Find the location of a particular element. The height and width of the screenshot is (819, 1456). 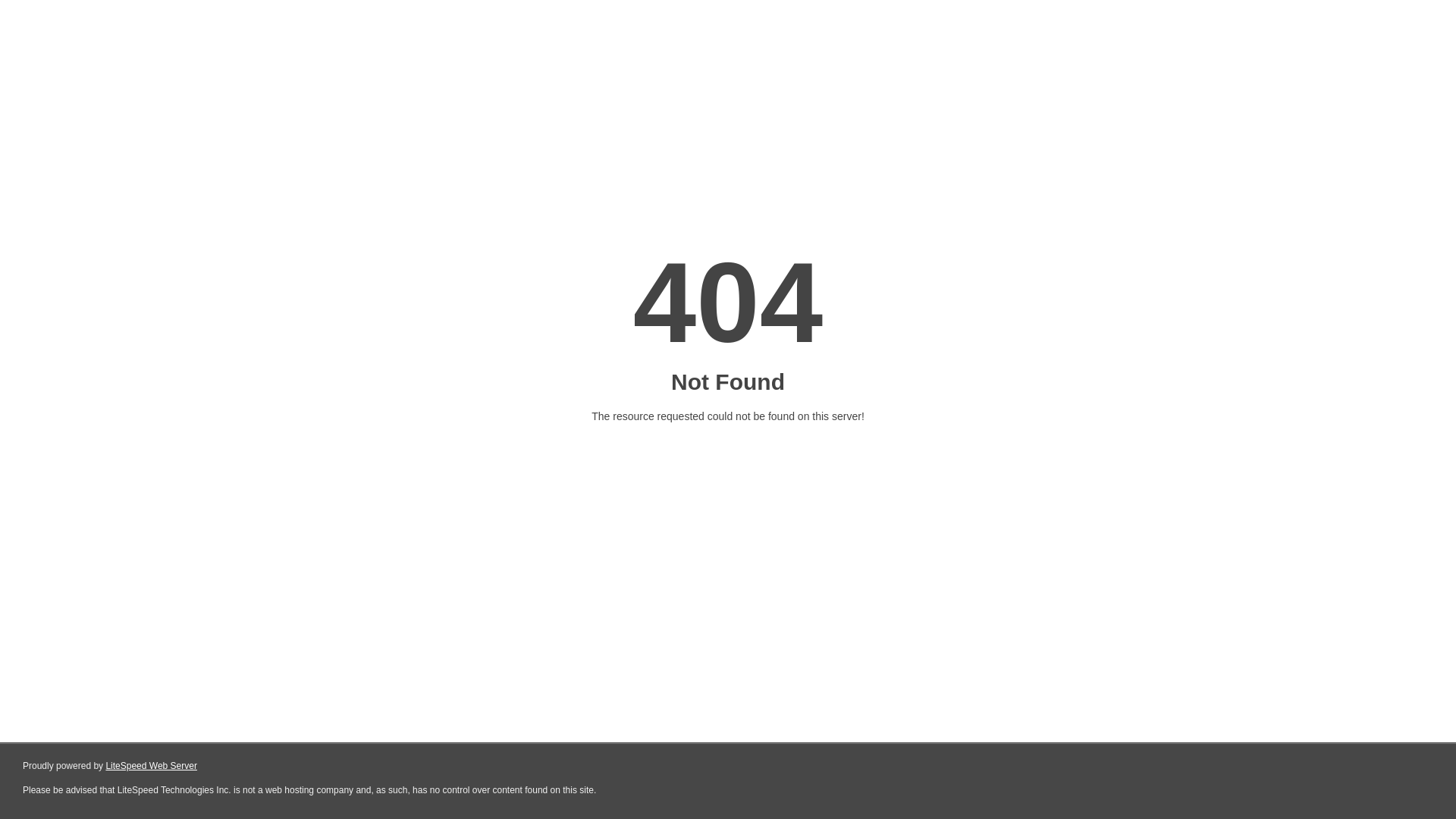

'LiteSpeed Web Server' is located at coordinates (105, 766).